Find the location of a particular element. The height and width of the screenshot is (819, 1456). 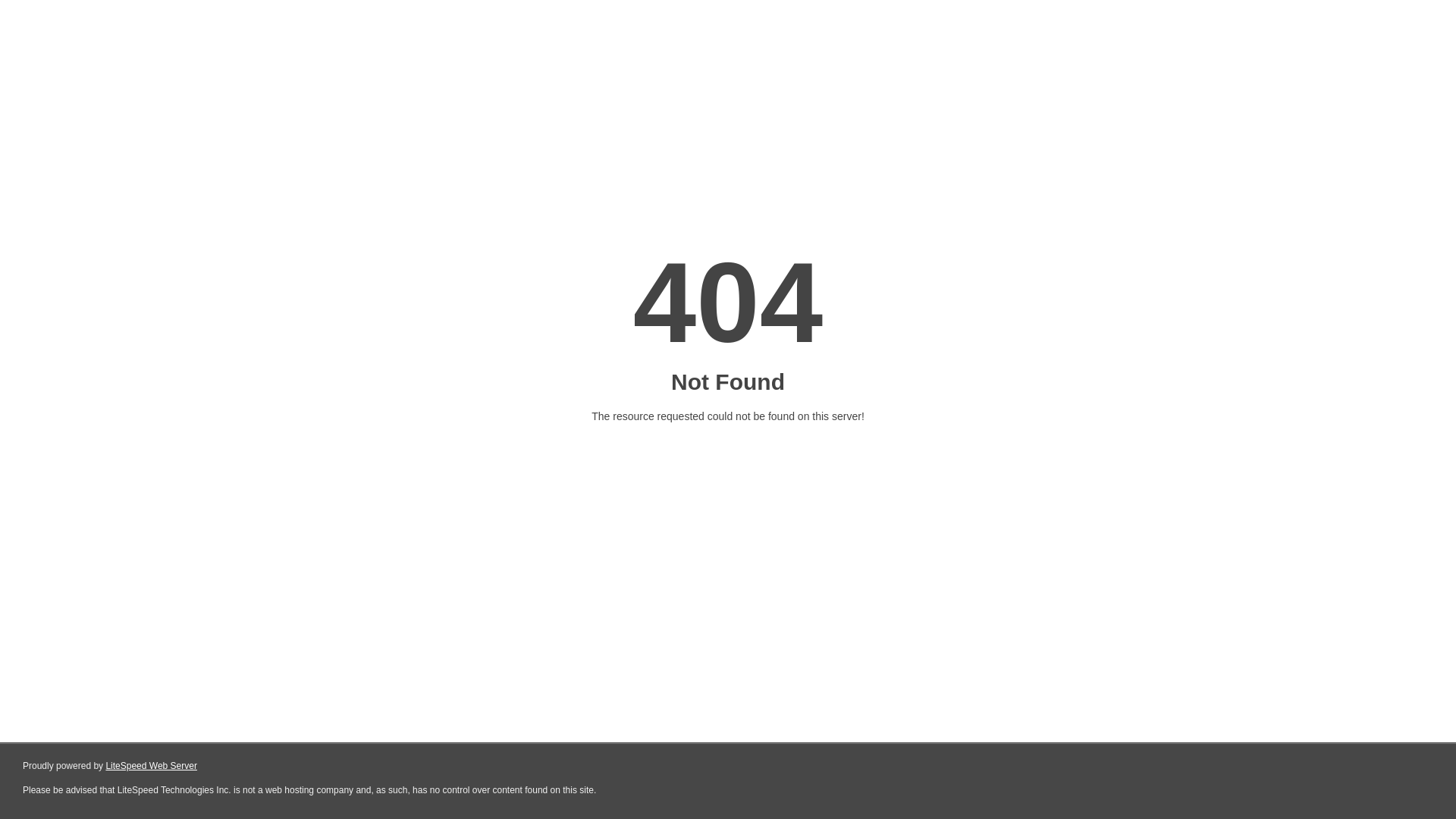

'LiteSpeed Web Server' is located at coordinates (105, 766).